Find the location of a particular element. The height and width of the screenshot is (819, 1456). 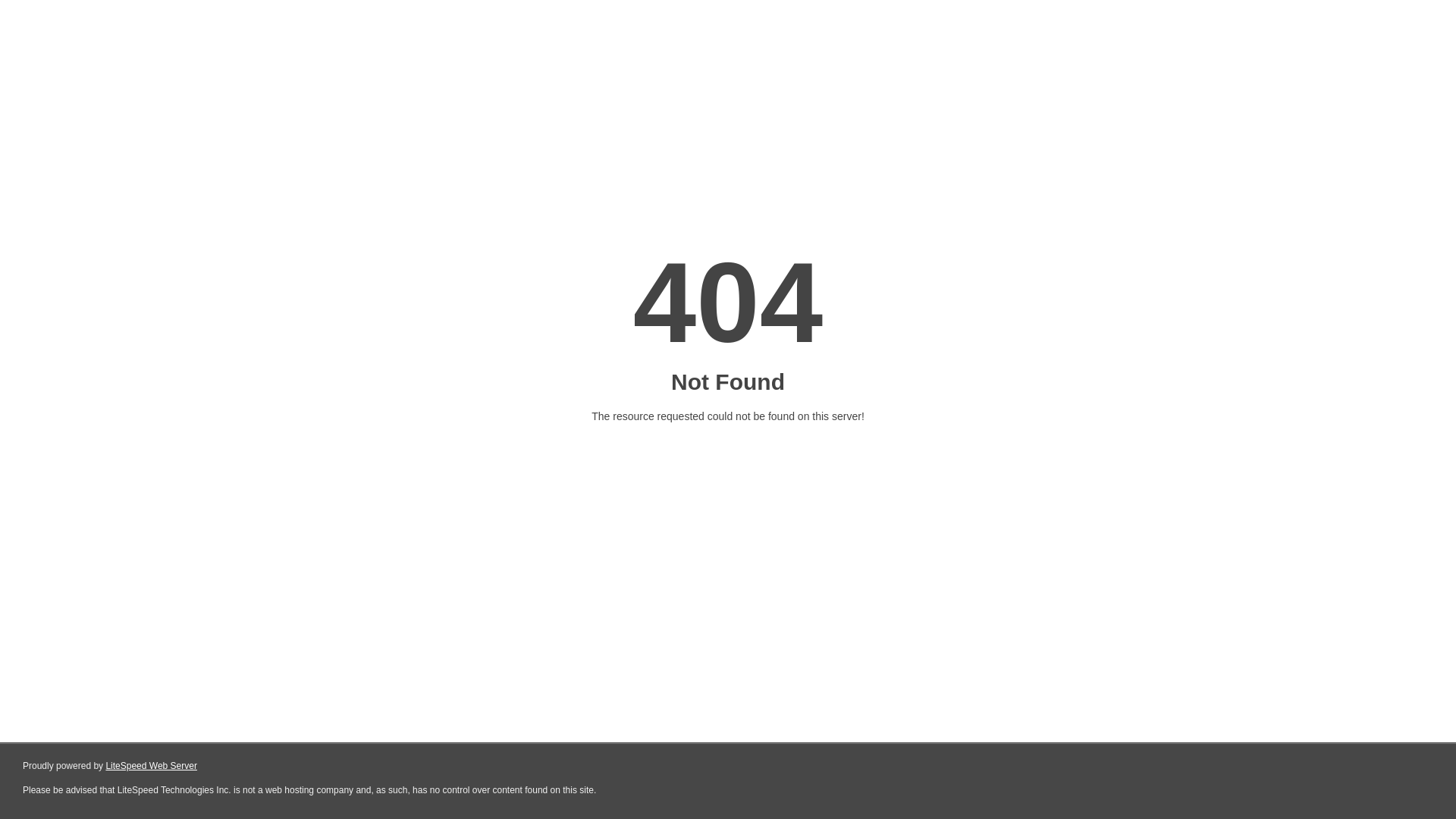

'LiteSpeed Web Server' is located at coordinates (105, 766).